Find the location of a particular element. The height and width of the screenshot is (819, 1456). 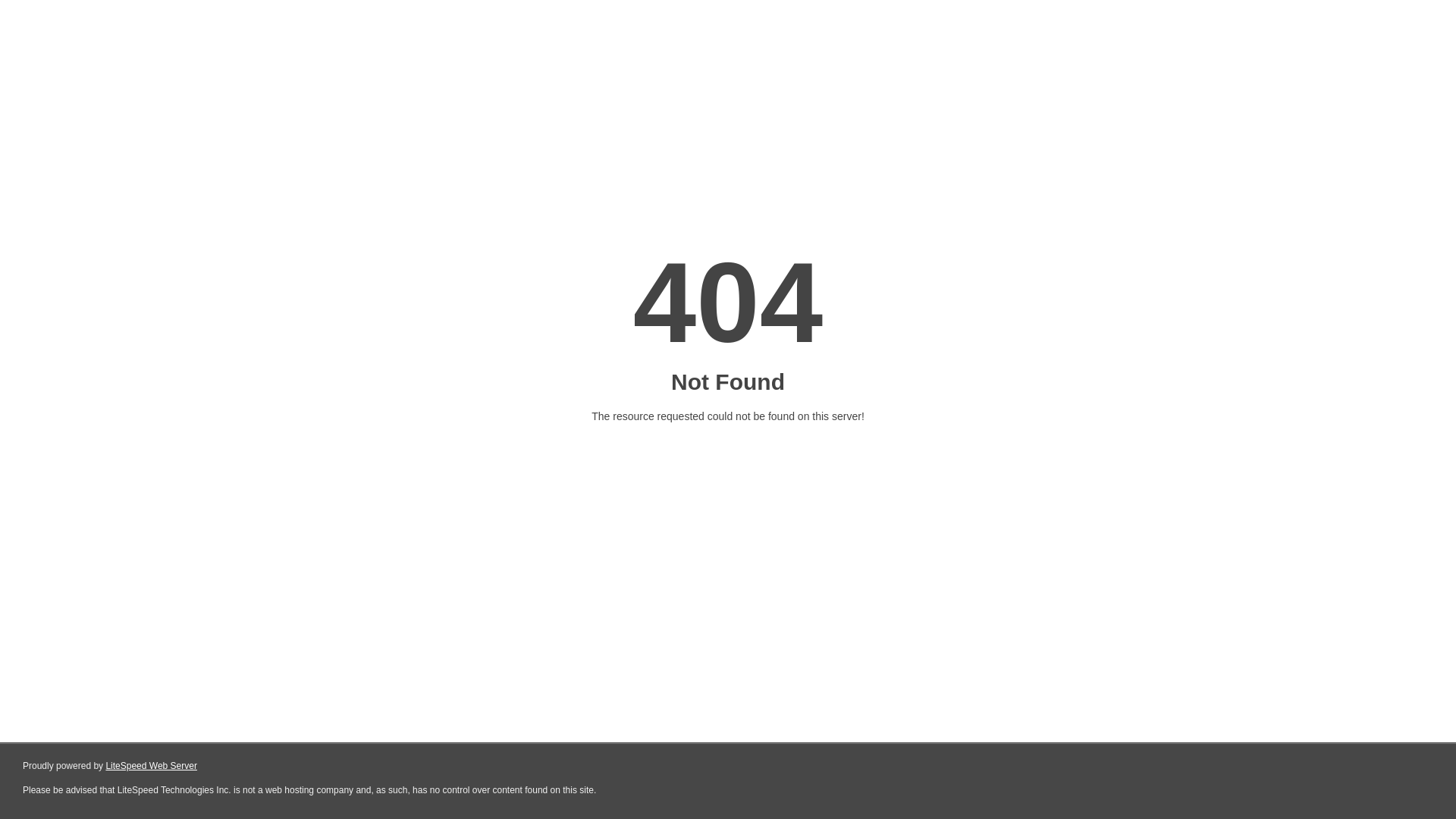

'LiteSpeed Web Server' is located at coordinates (105, 766).